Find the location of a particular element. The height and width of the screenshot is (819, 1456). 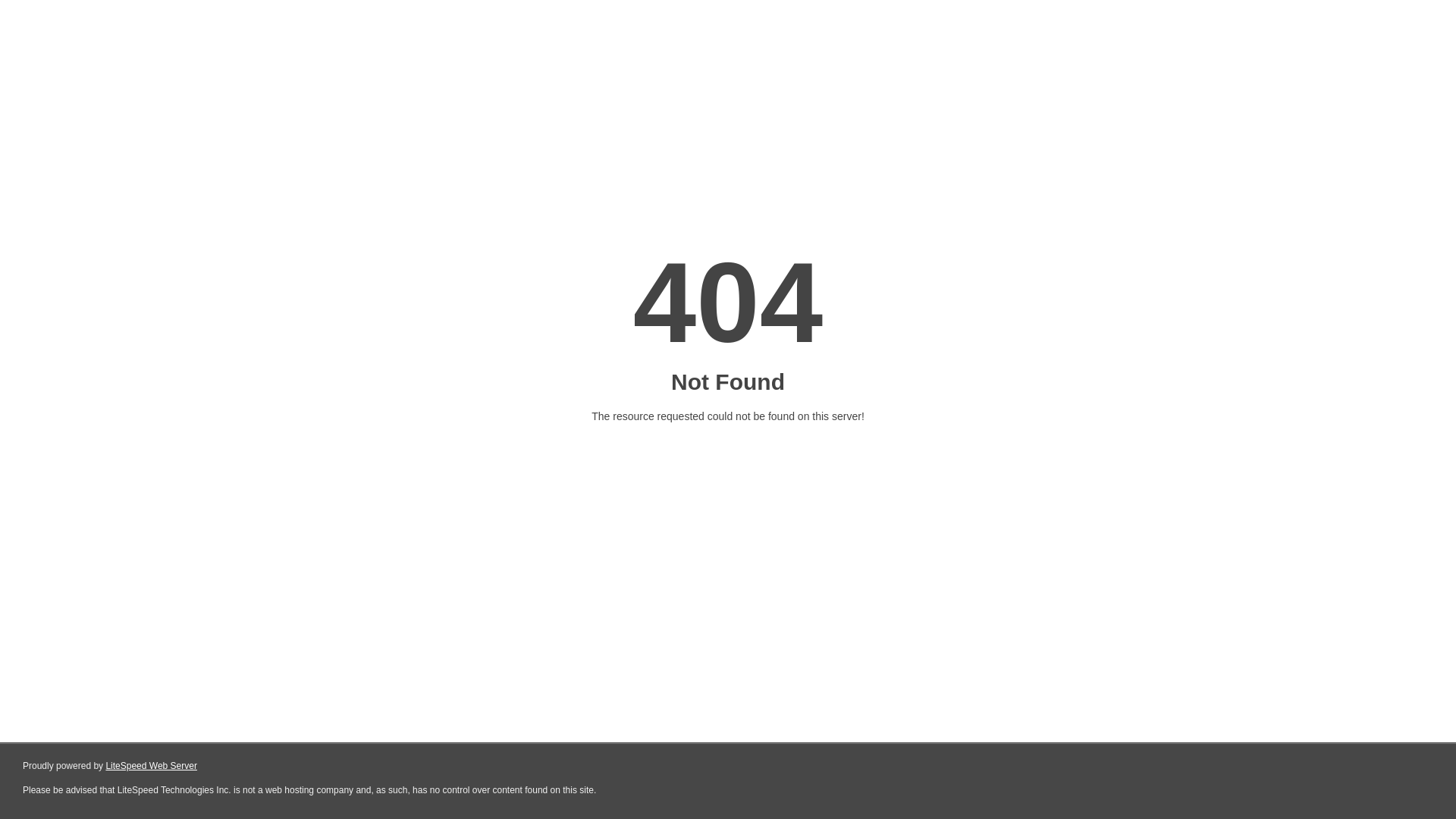

'LiteSpeed Web Server' is located at coordinates (105, 766).